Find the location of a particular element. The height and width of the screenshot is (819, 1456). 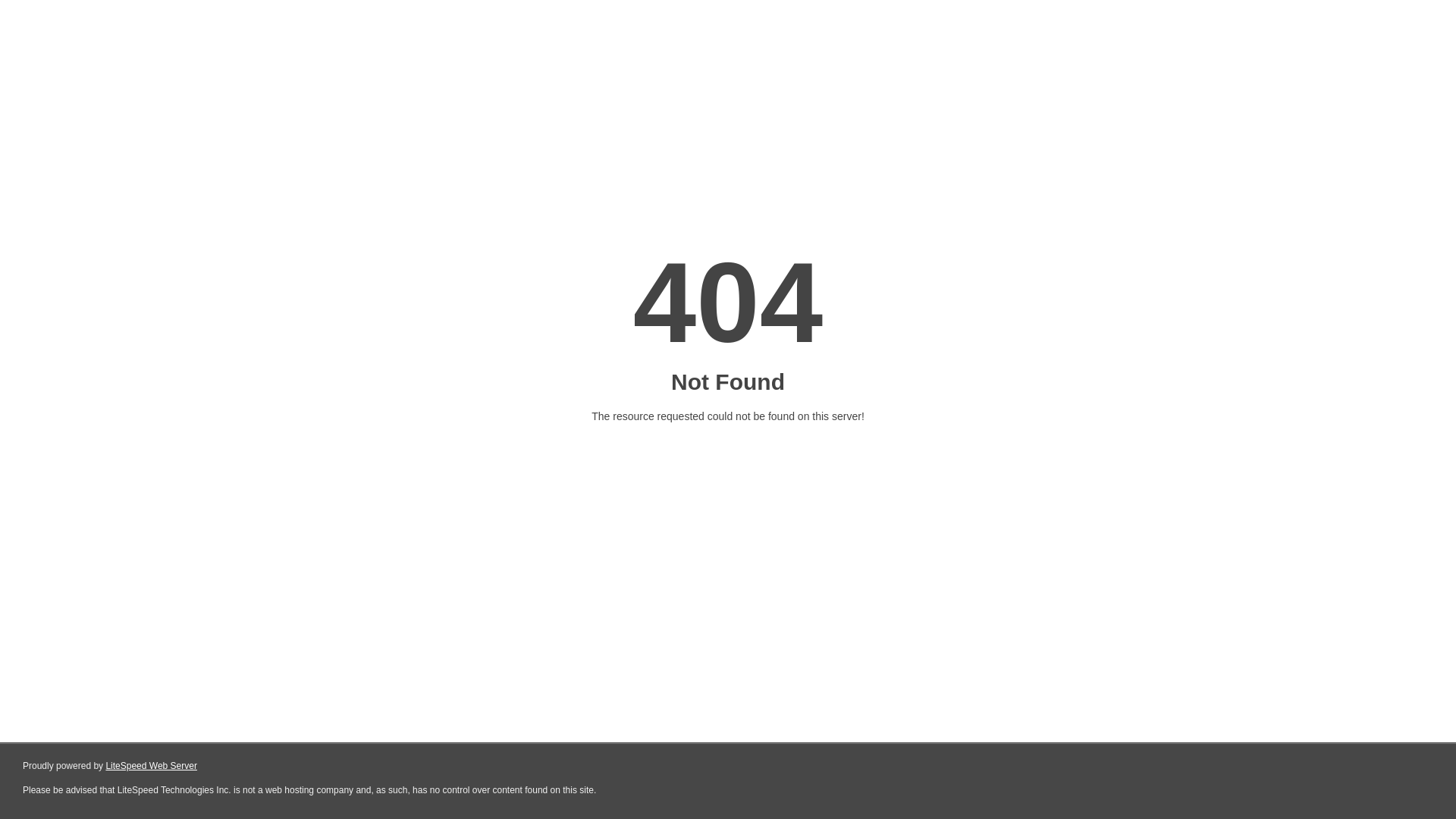

'LiteSpeed Web Server' is located at coordinates (105, 766).